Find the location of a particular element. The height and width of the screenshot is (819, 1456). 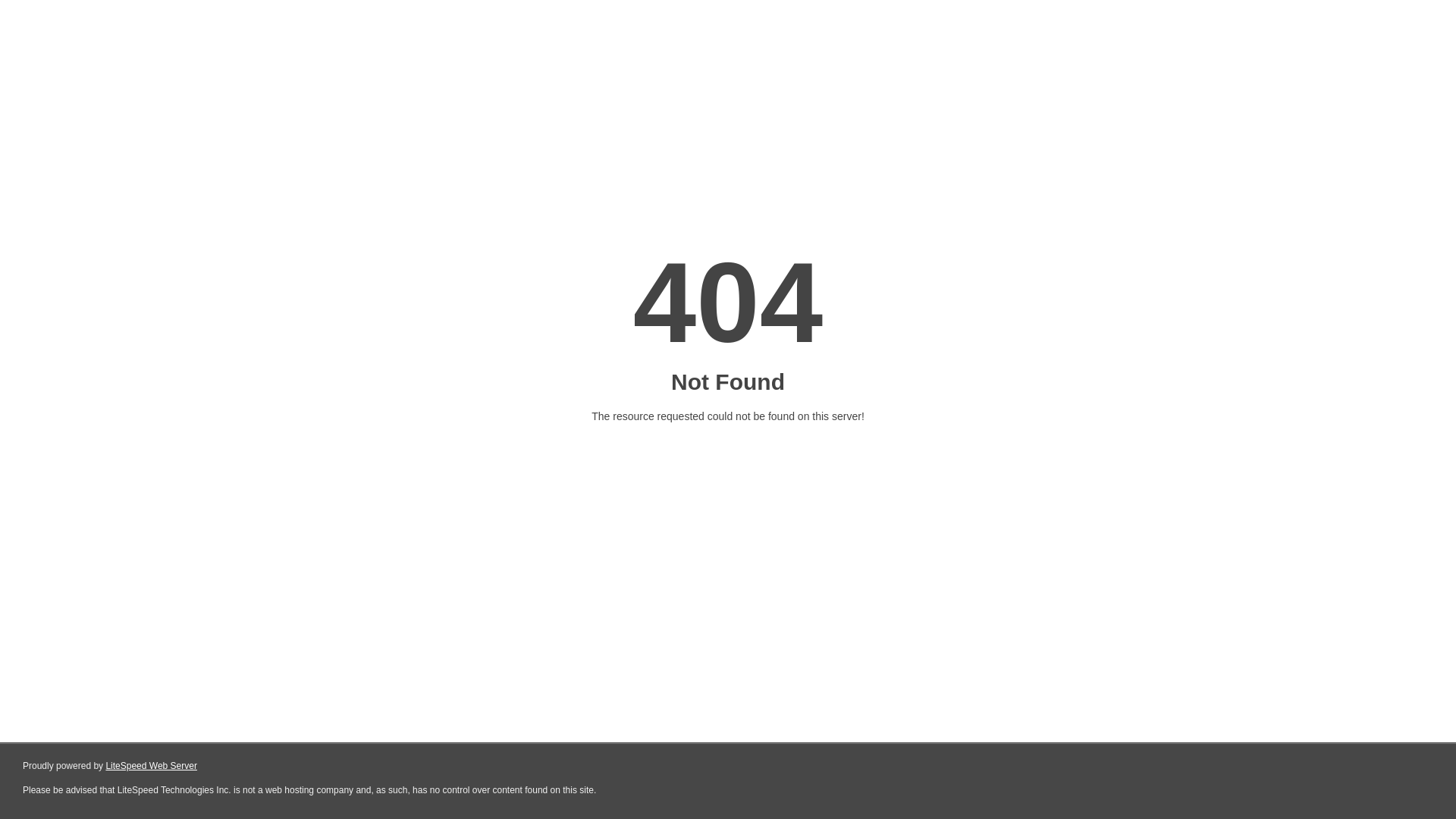

'LiteSpeed Web Server' is located at coordinates (105, 766).